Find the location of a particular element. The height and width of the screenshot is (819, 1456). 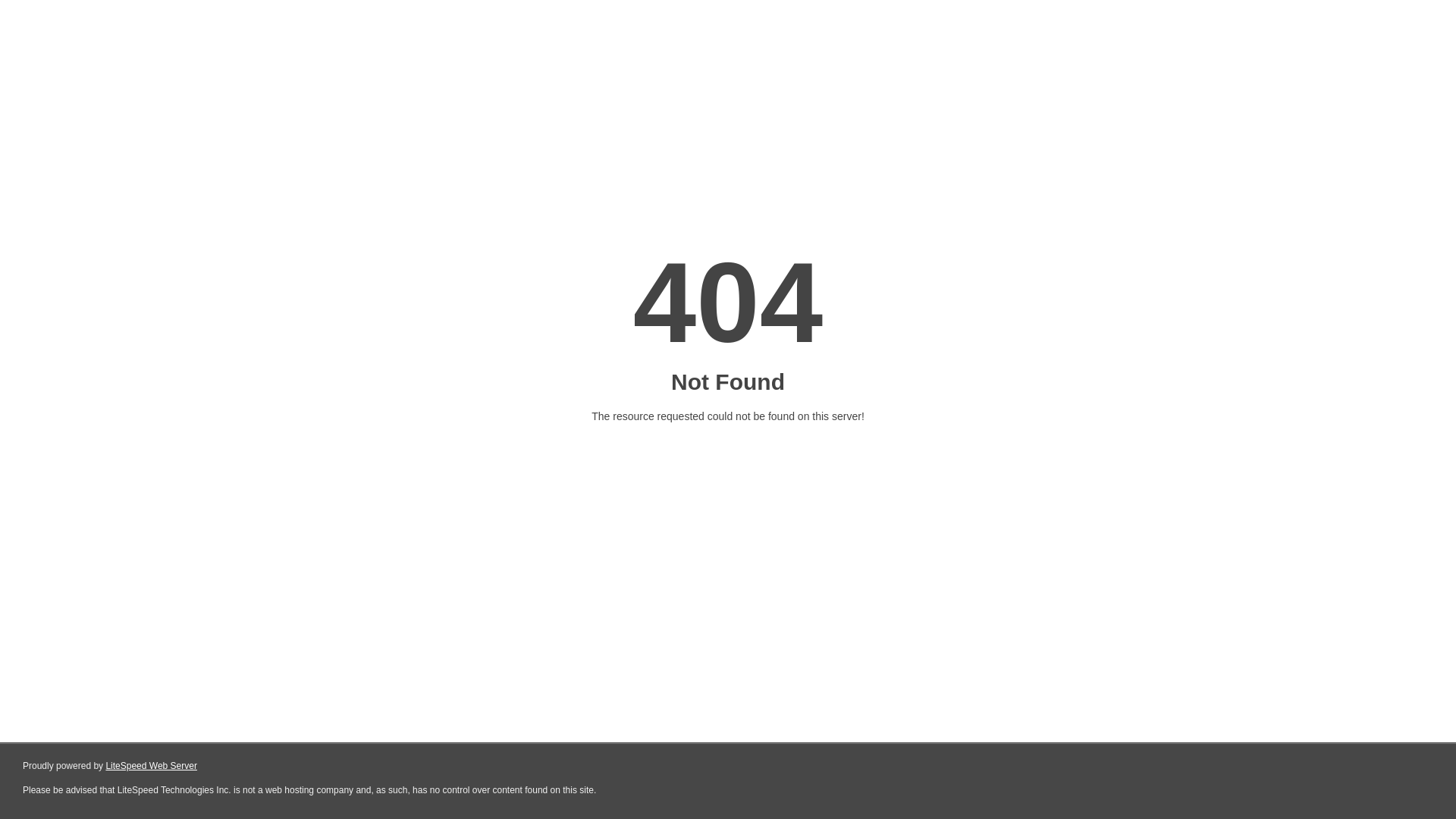

'LiteSpeed Web Server' is located at coordinates (105, 766).